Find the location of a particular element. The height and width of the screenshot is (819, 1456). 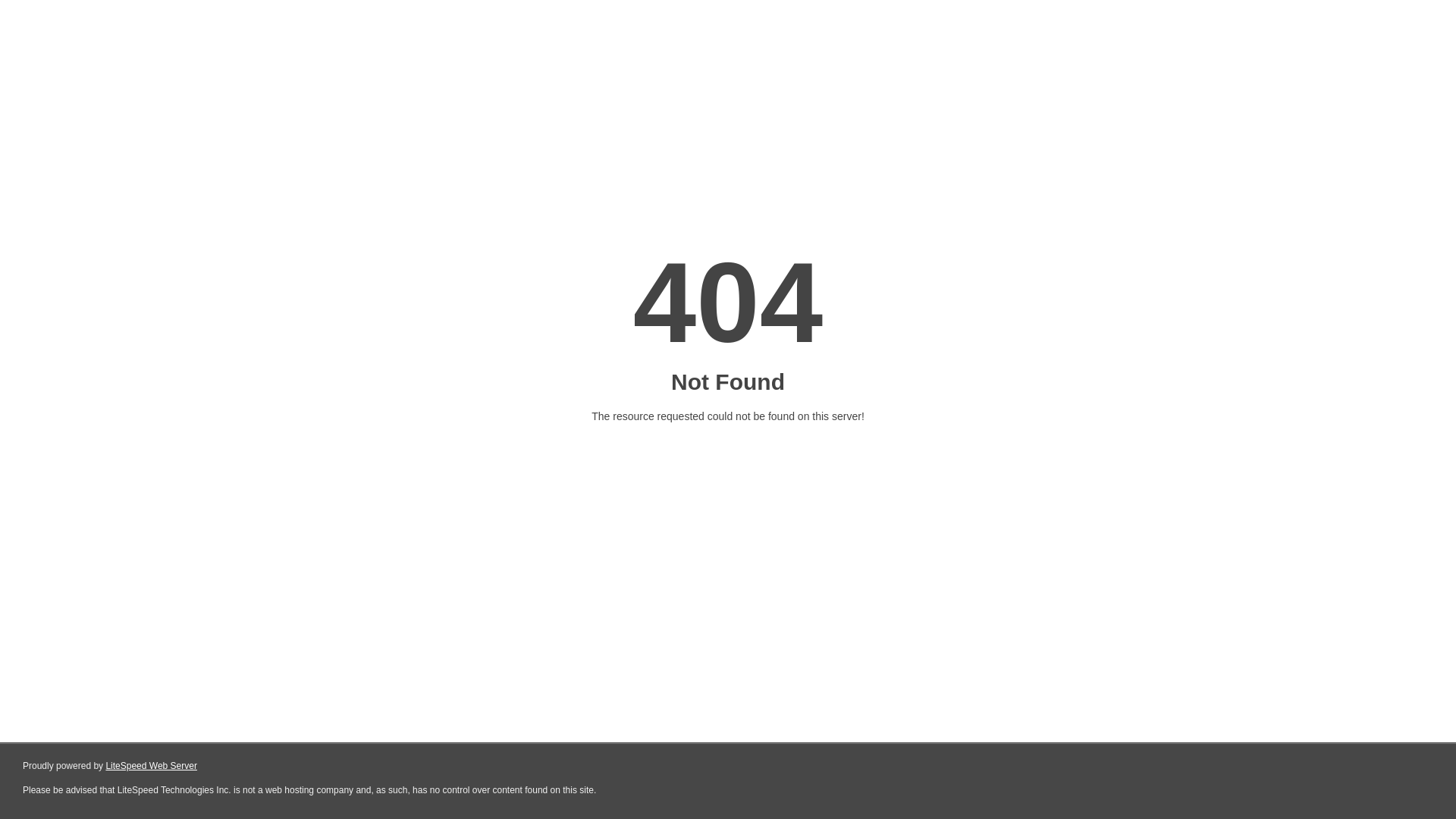

'LiteSpeed Web Server' is located at coordinates (105, 766).